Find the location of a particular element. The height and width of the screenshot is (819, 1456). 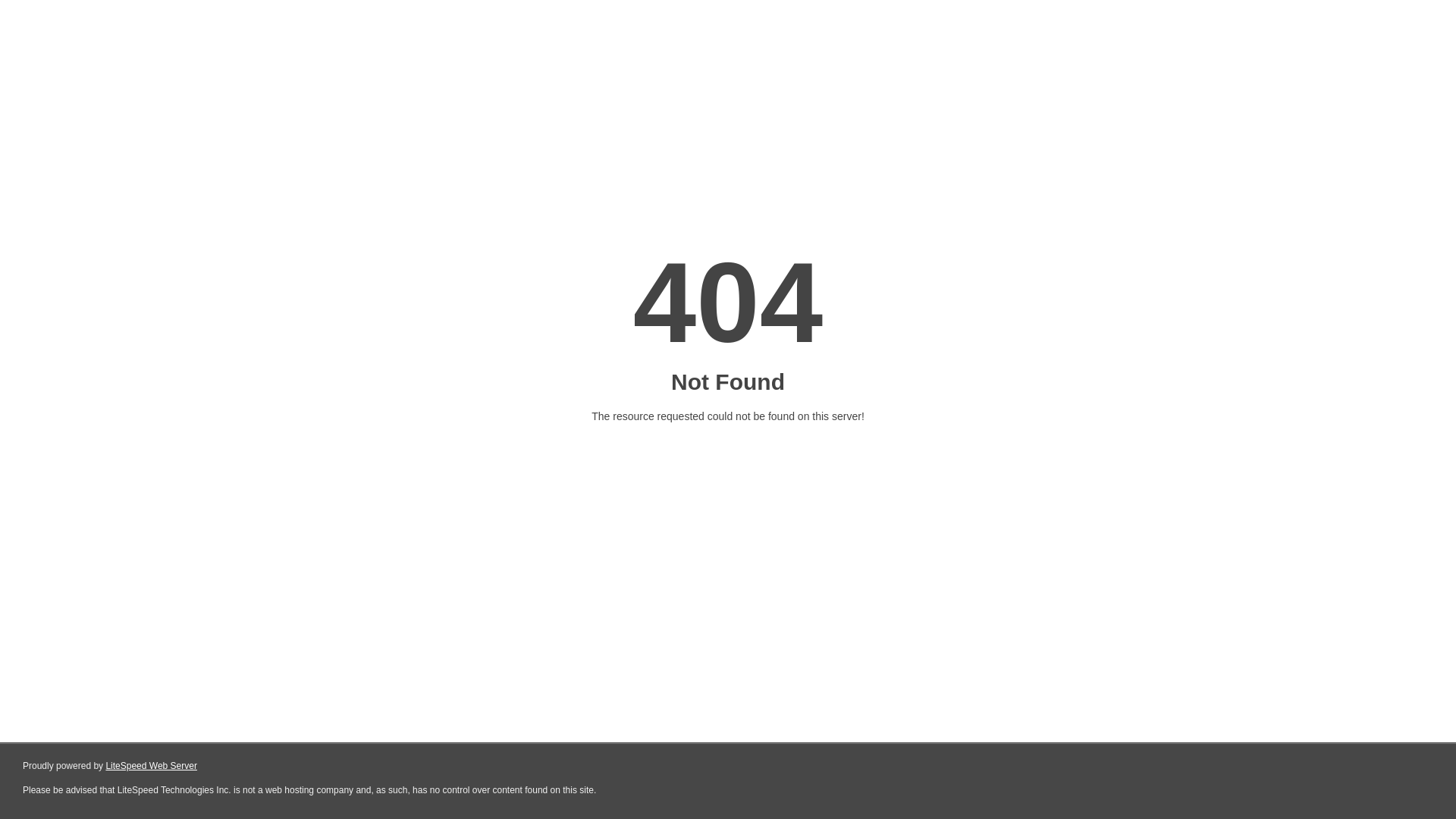

'LiteSpeed Web Server' is located at coordinates (105, 766).